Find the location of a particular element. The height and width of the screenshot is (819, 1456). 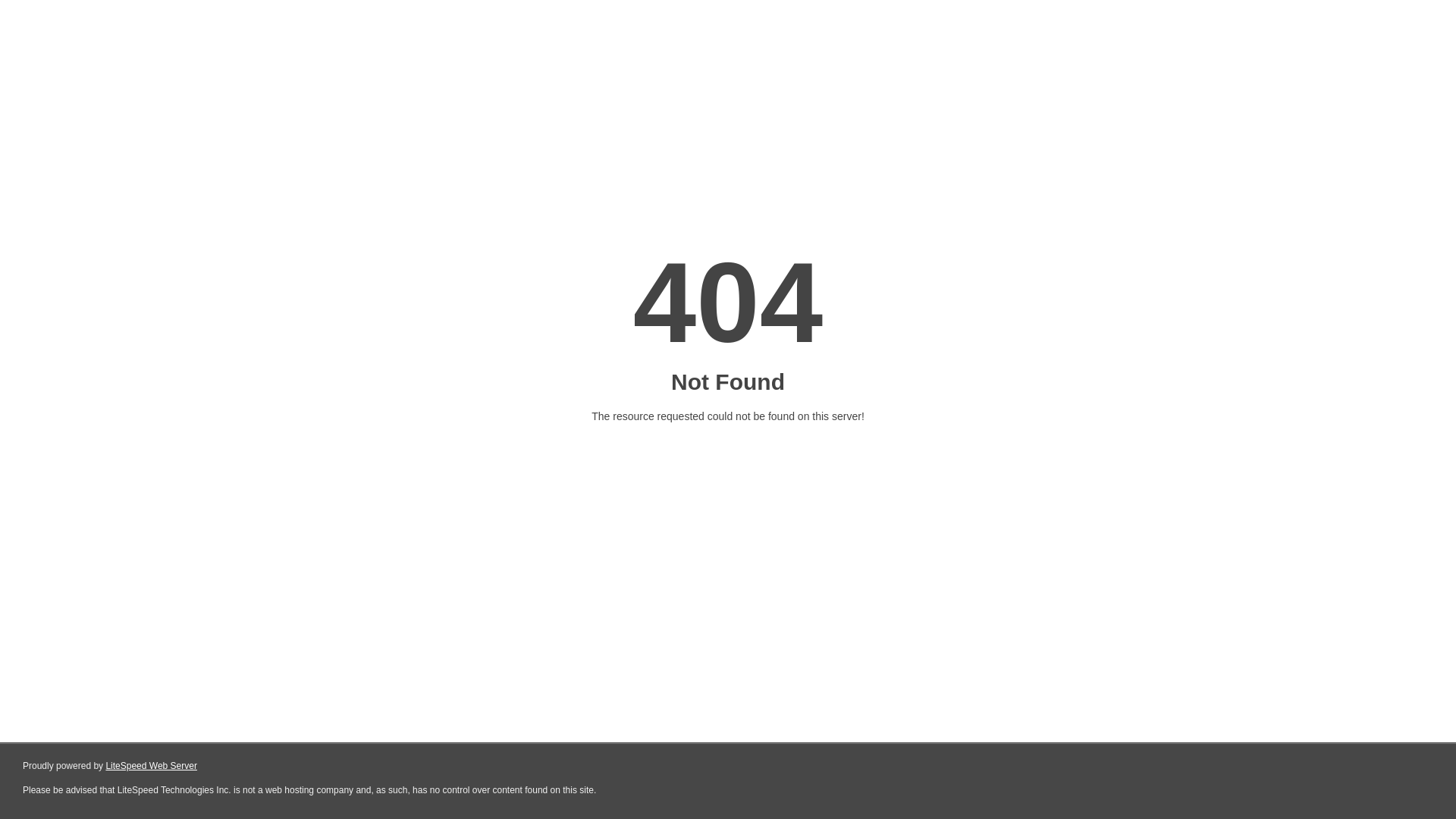

'LiteSpeed Web Server' is located at coordinates (105, 766).